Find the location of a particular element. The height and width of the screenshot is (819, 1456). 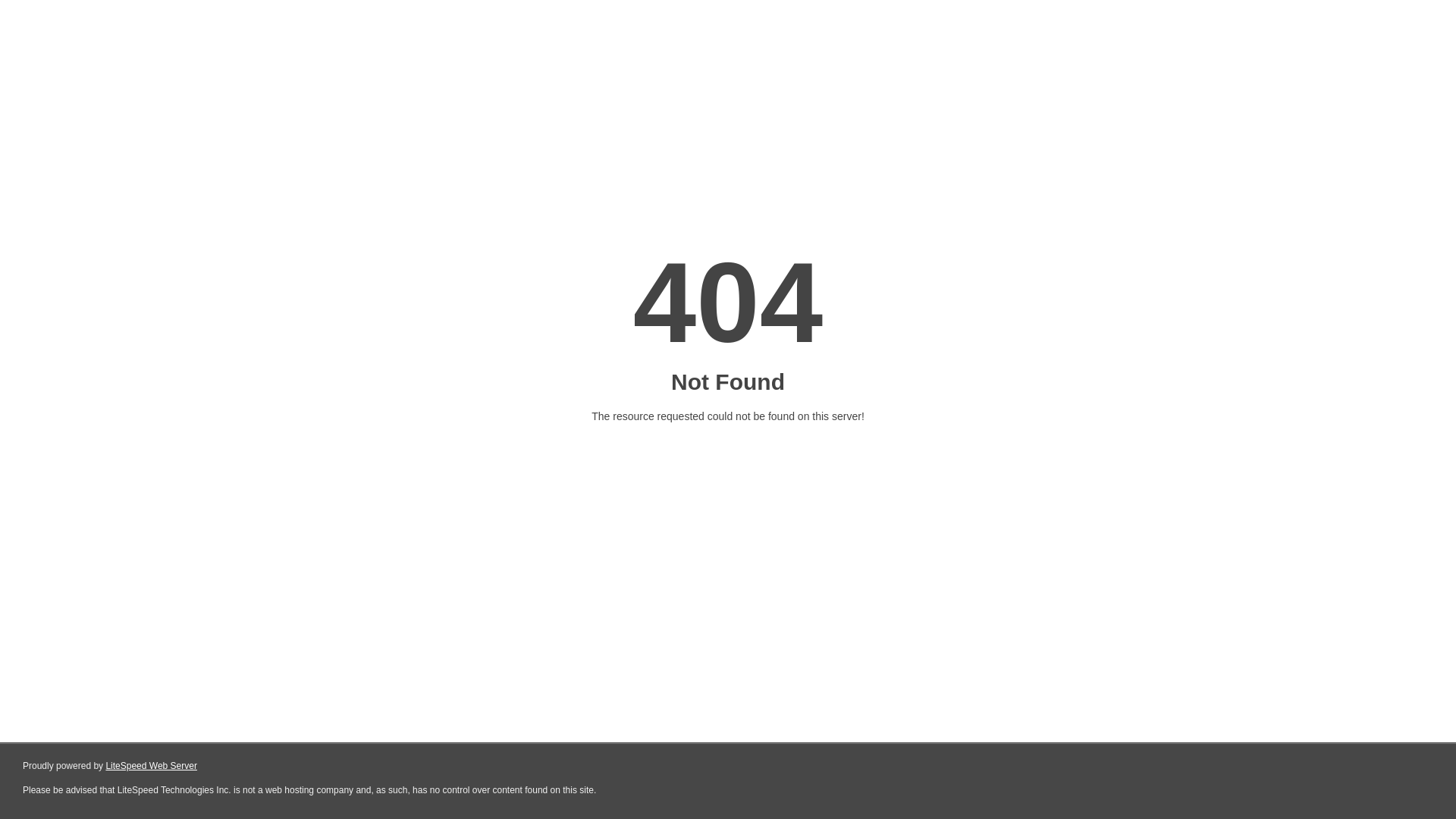

'LiteSpeed Web Server' is located at coordinates (105, 766).